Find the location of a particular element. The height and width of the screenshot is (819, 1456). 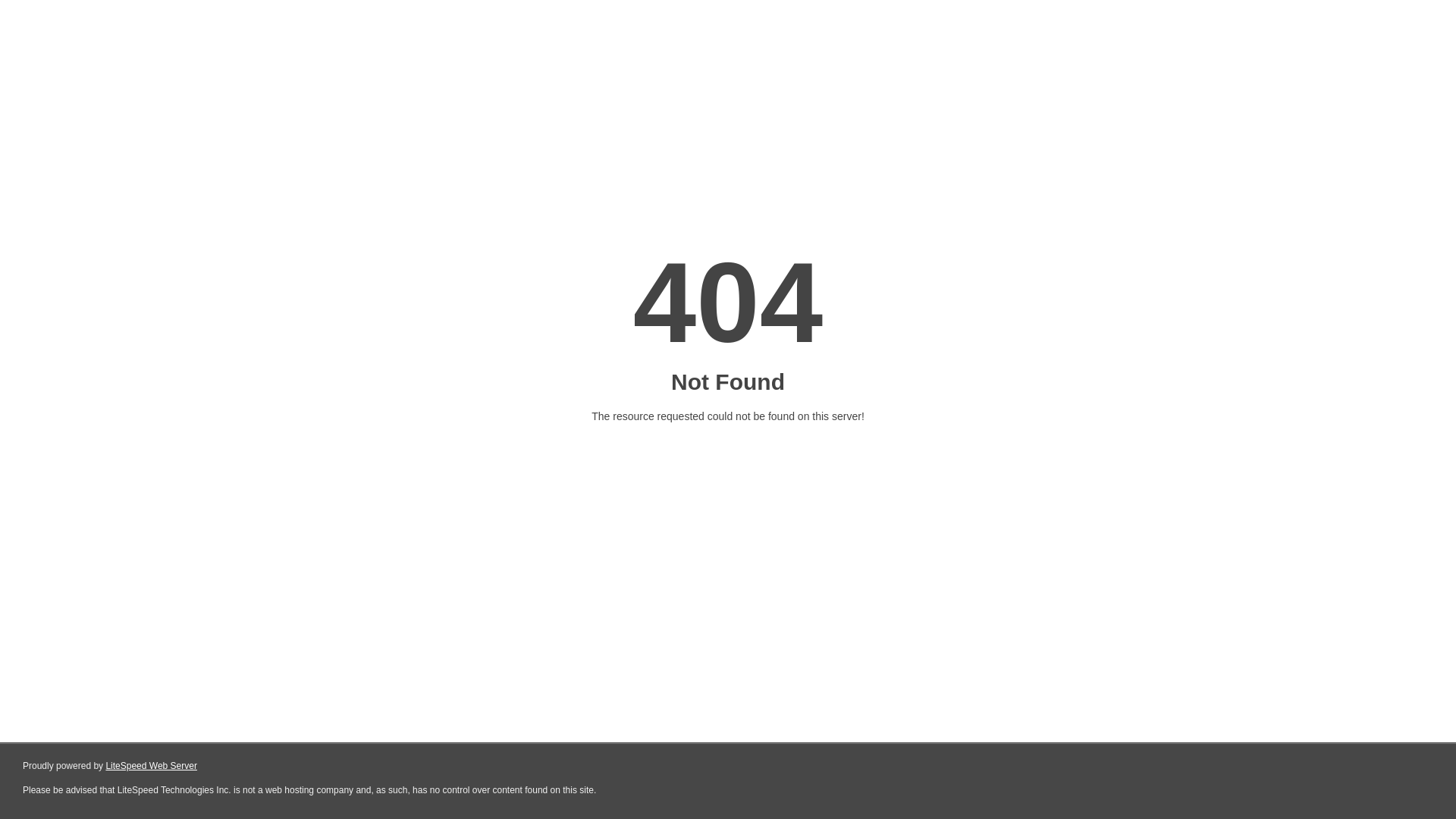

'LiteSpeed Web Server' is located at coordinates (105, 766).